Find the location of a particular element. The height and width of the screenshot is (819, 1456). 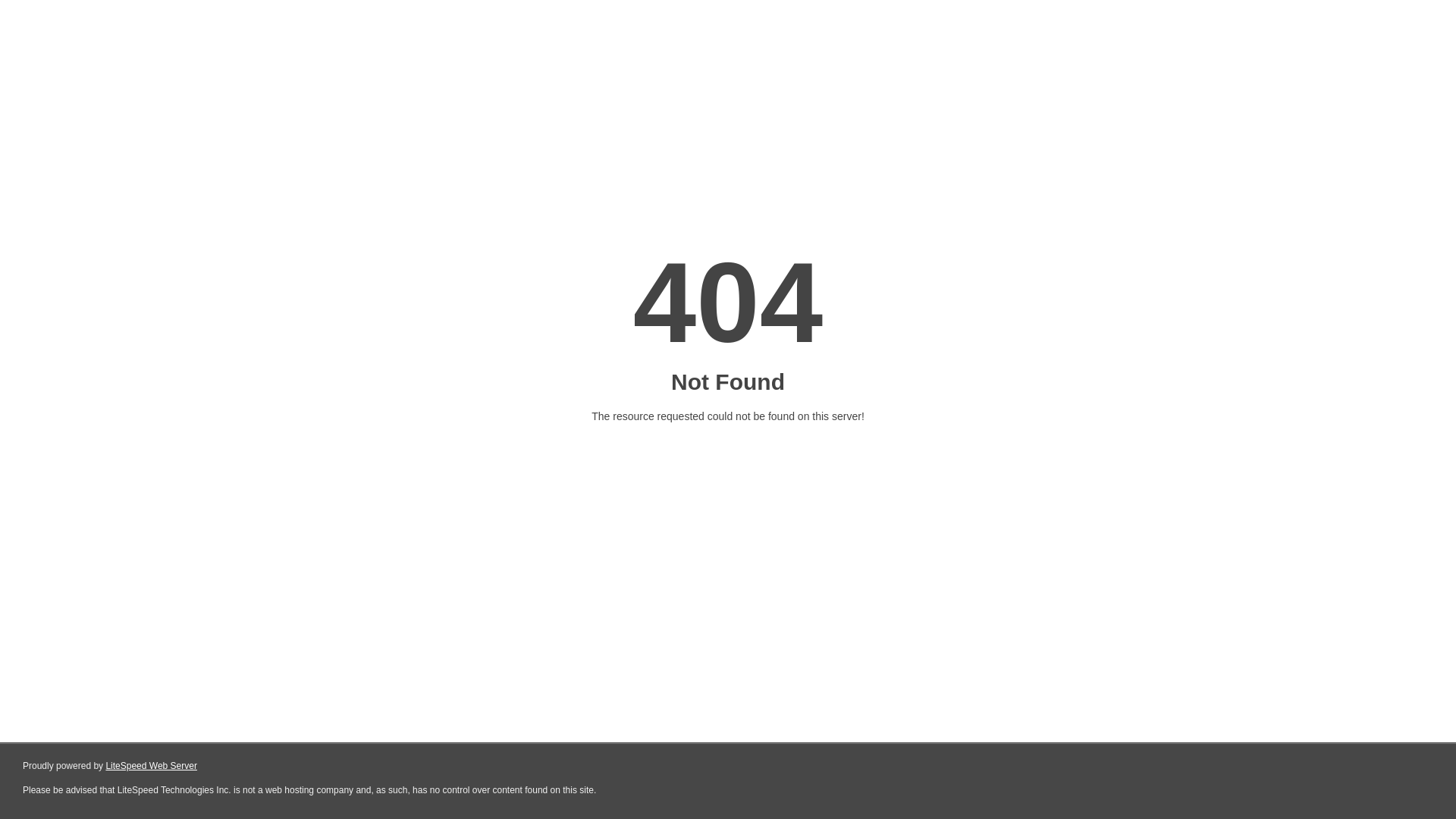

'LiteSpeed Web Server' is located at coordinates (105, 766).